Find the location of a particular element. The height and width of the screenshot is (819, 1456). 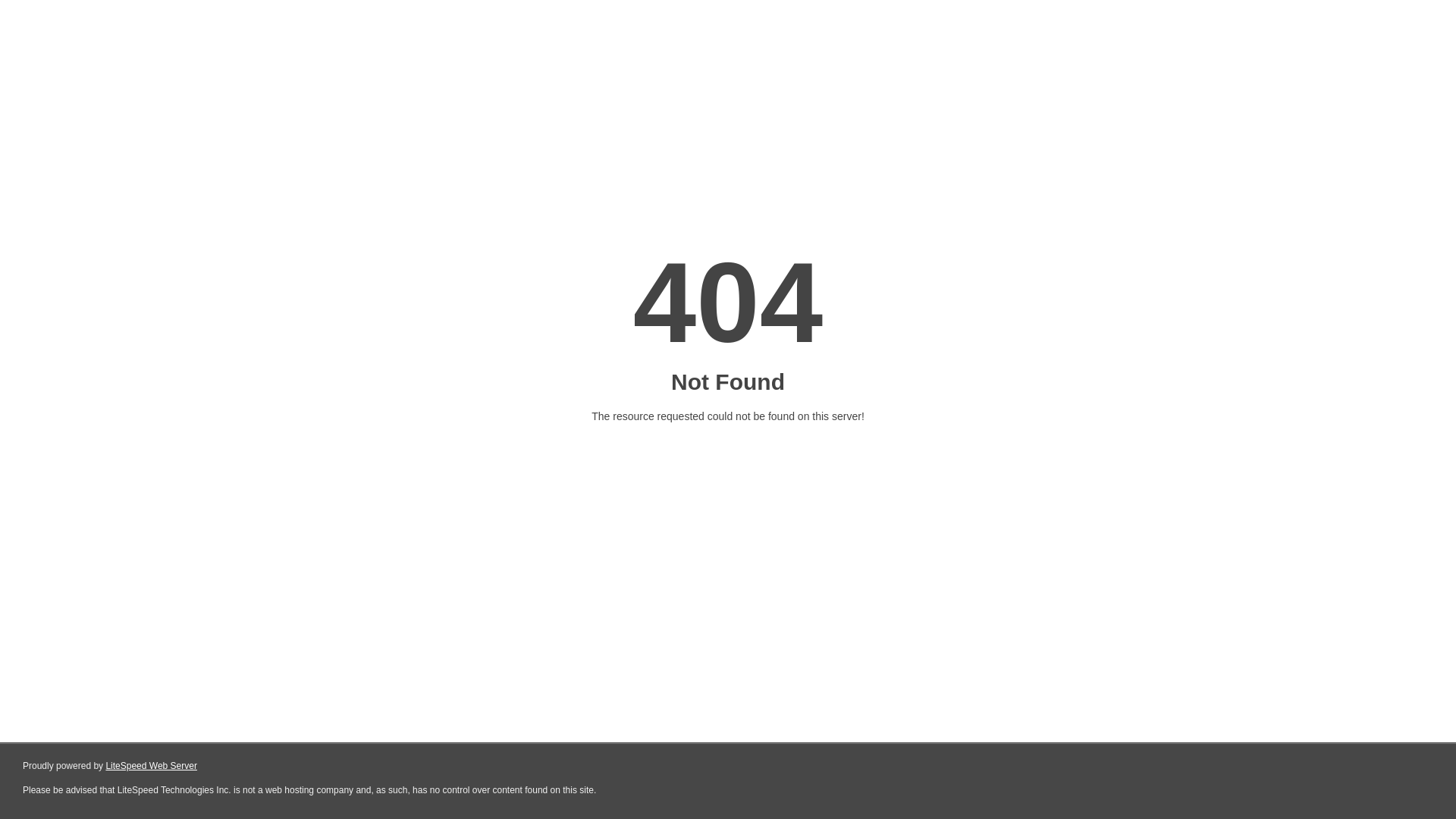

'LiteSpeed Web Server' is located at coordinates (105, 766).